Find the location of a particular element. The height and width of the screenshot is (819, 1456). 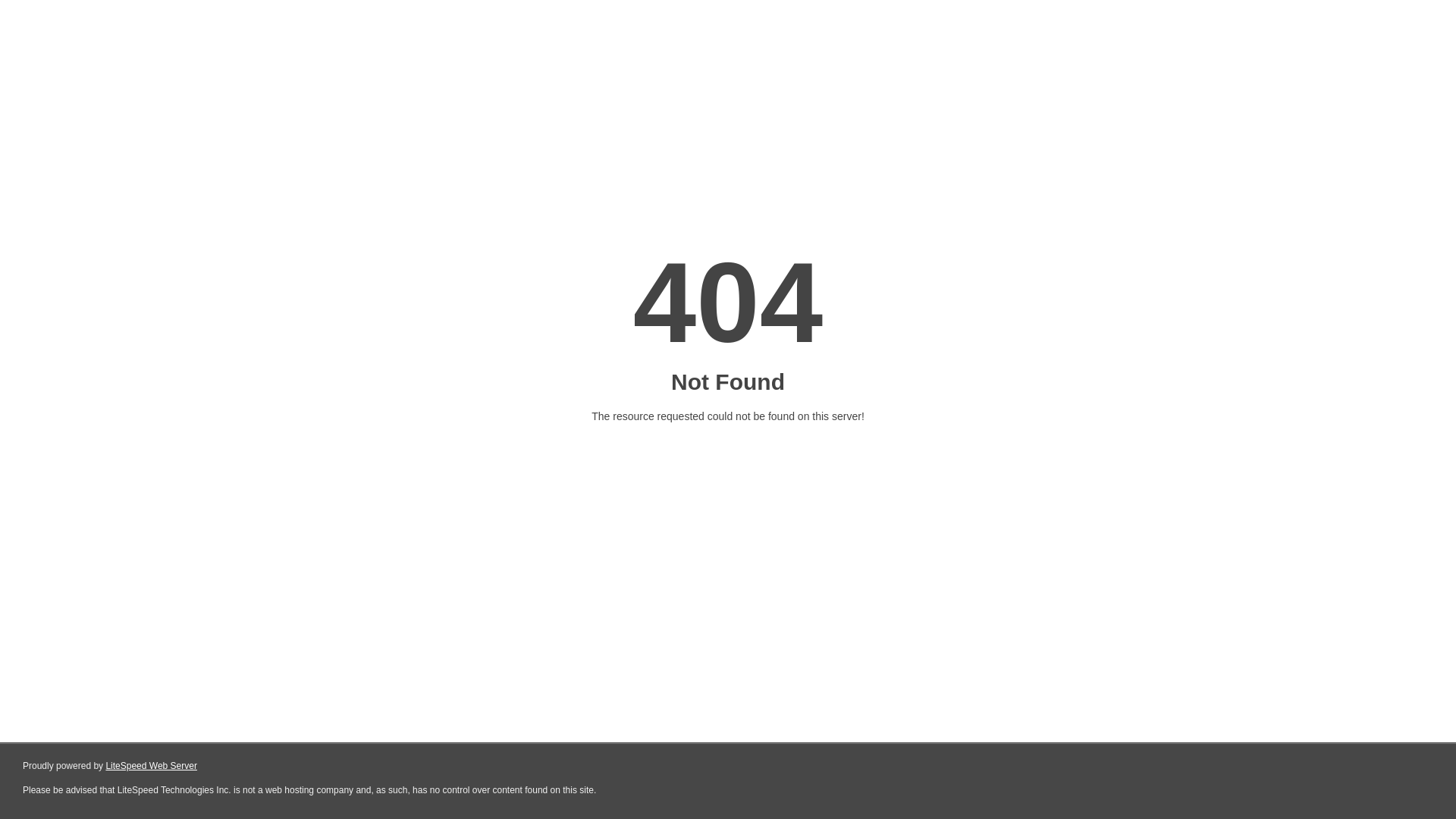

'LiteSpeed Web Server' is located at coordinates (105, 766).